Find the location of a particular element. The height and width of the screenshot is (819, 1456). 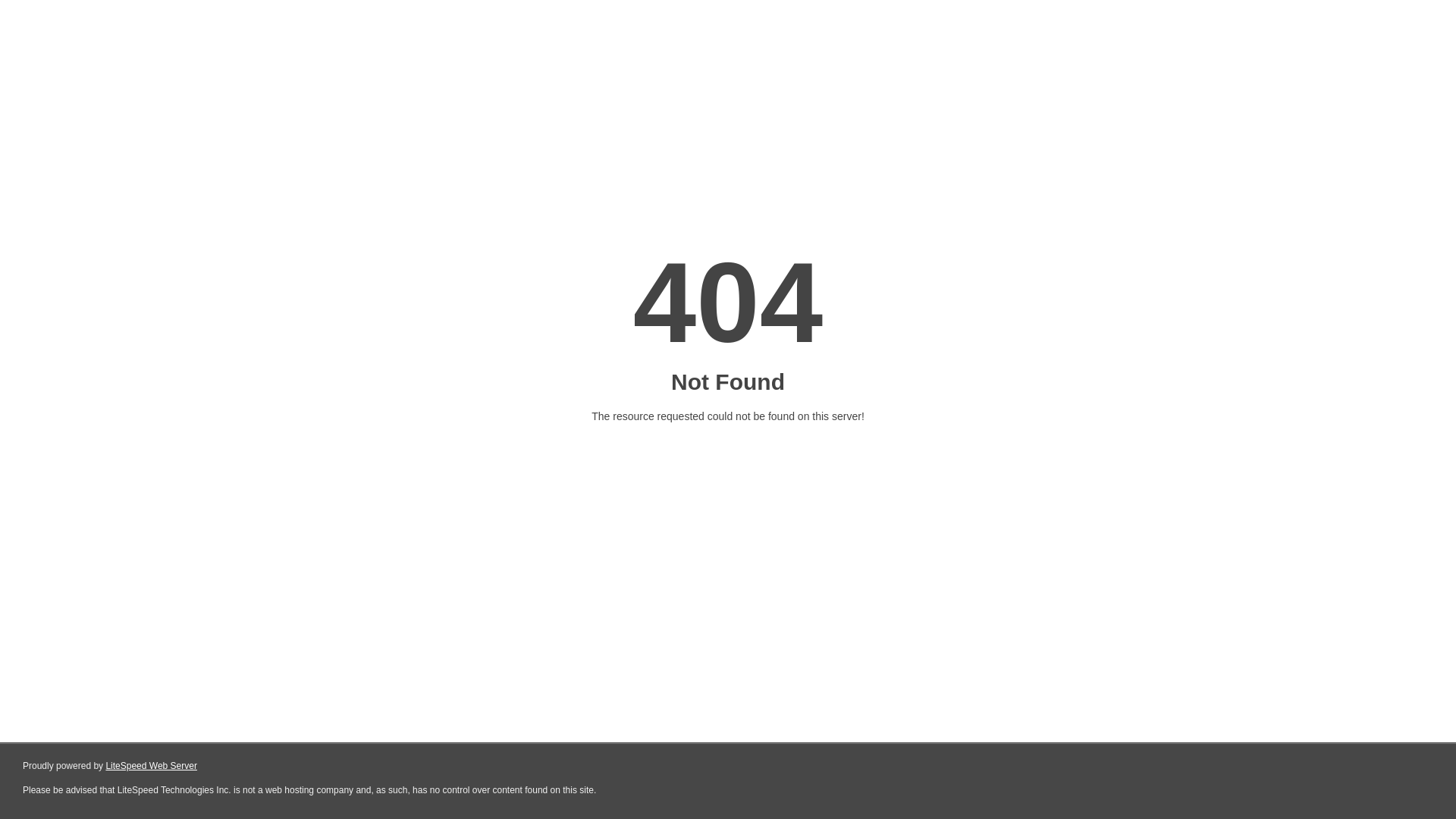

'LiteSpeed Web Server' is located at coordinates (105, 766).